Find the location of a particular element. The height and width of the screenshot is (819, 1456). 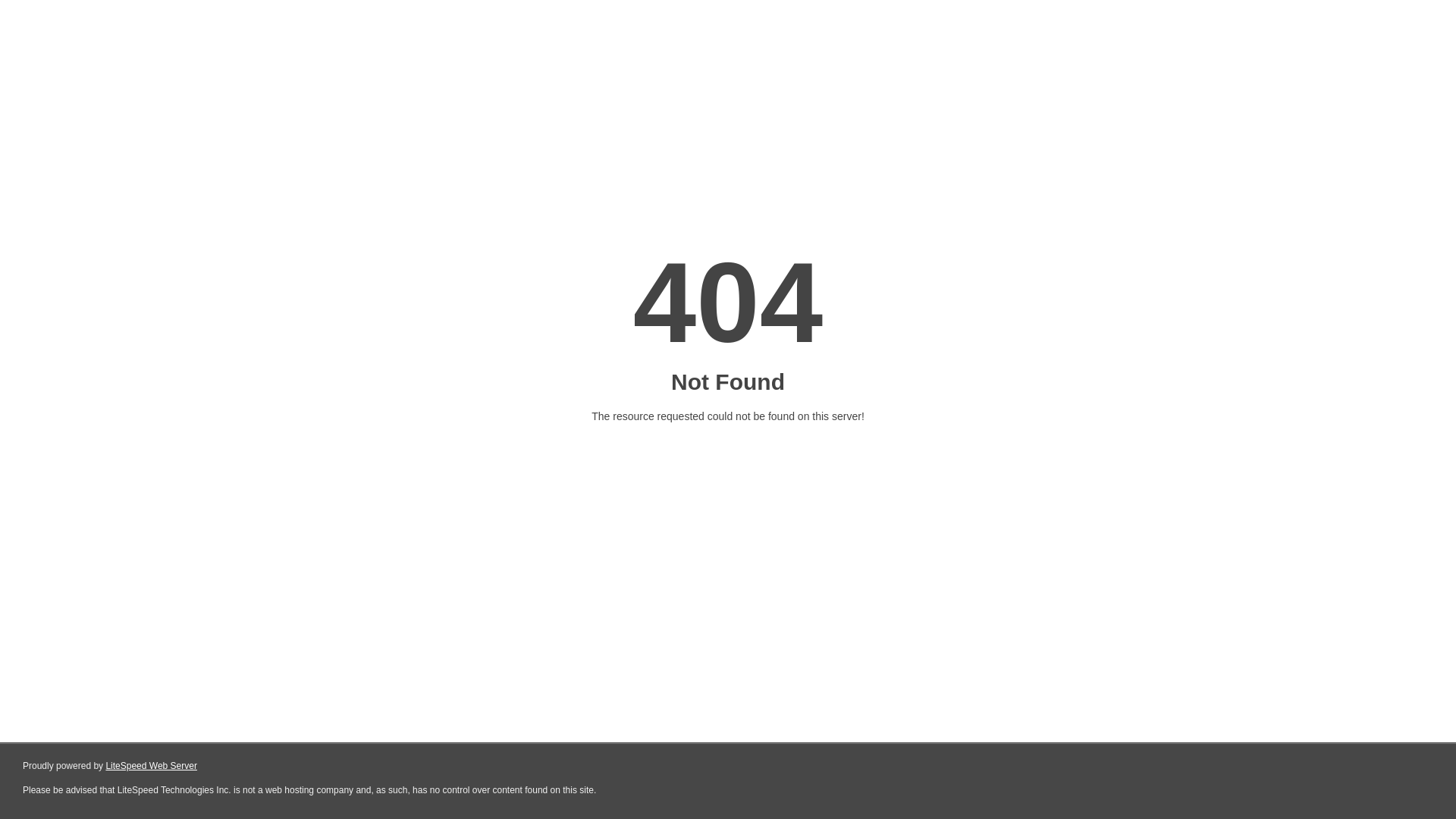

'LiteSpeed Web Server' is located at coordinates (105, 766).